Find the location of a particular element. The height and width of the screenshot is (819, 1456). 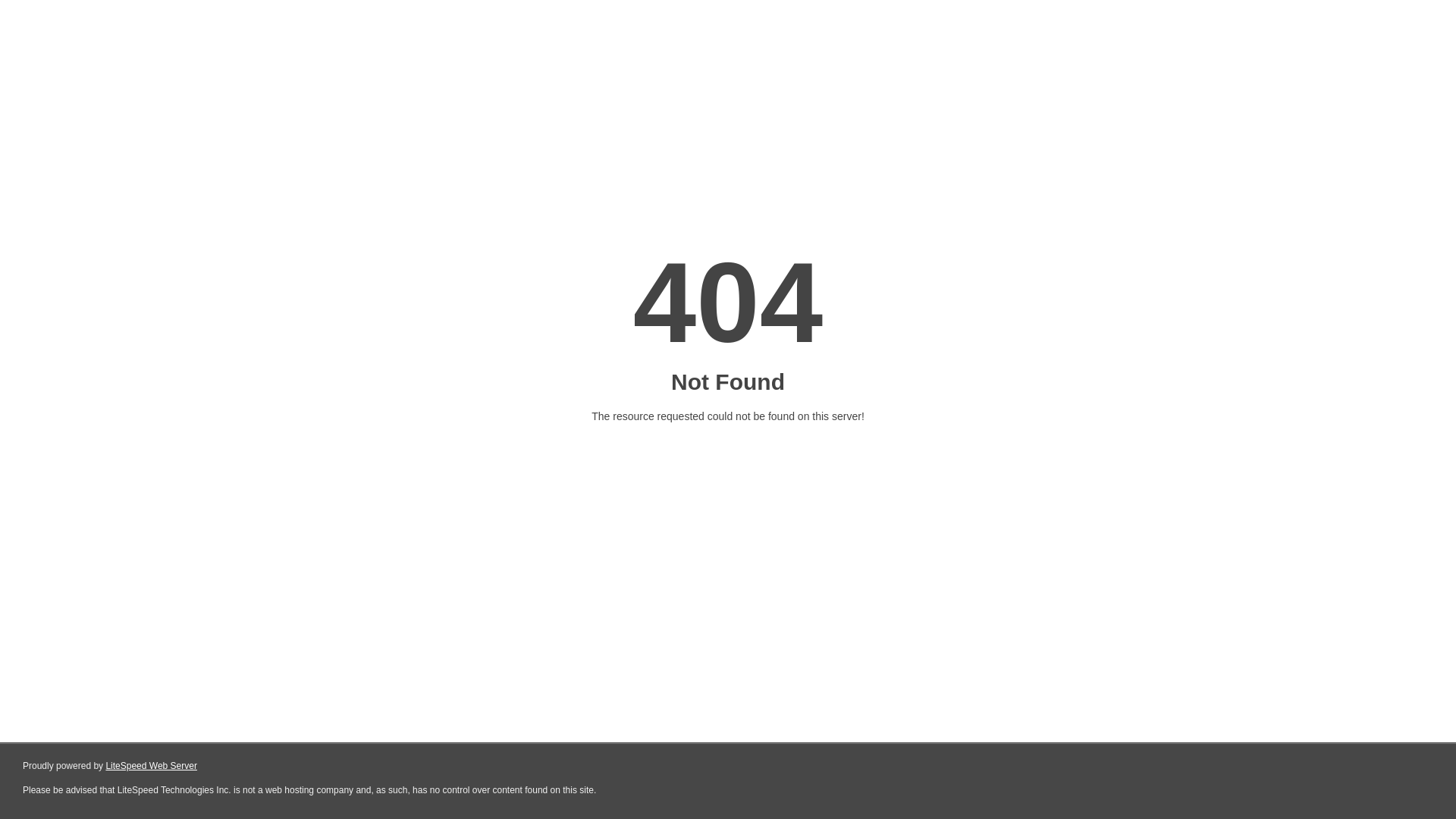

'LiteSpeed Web Server' is located at coordinates (105, 766).